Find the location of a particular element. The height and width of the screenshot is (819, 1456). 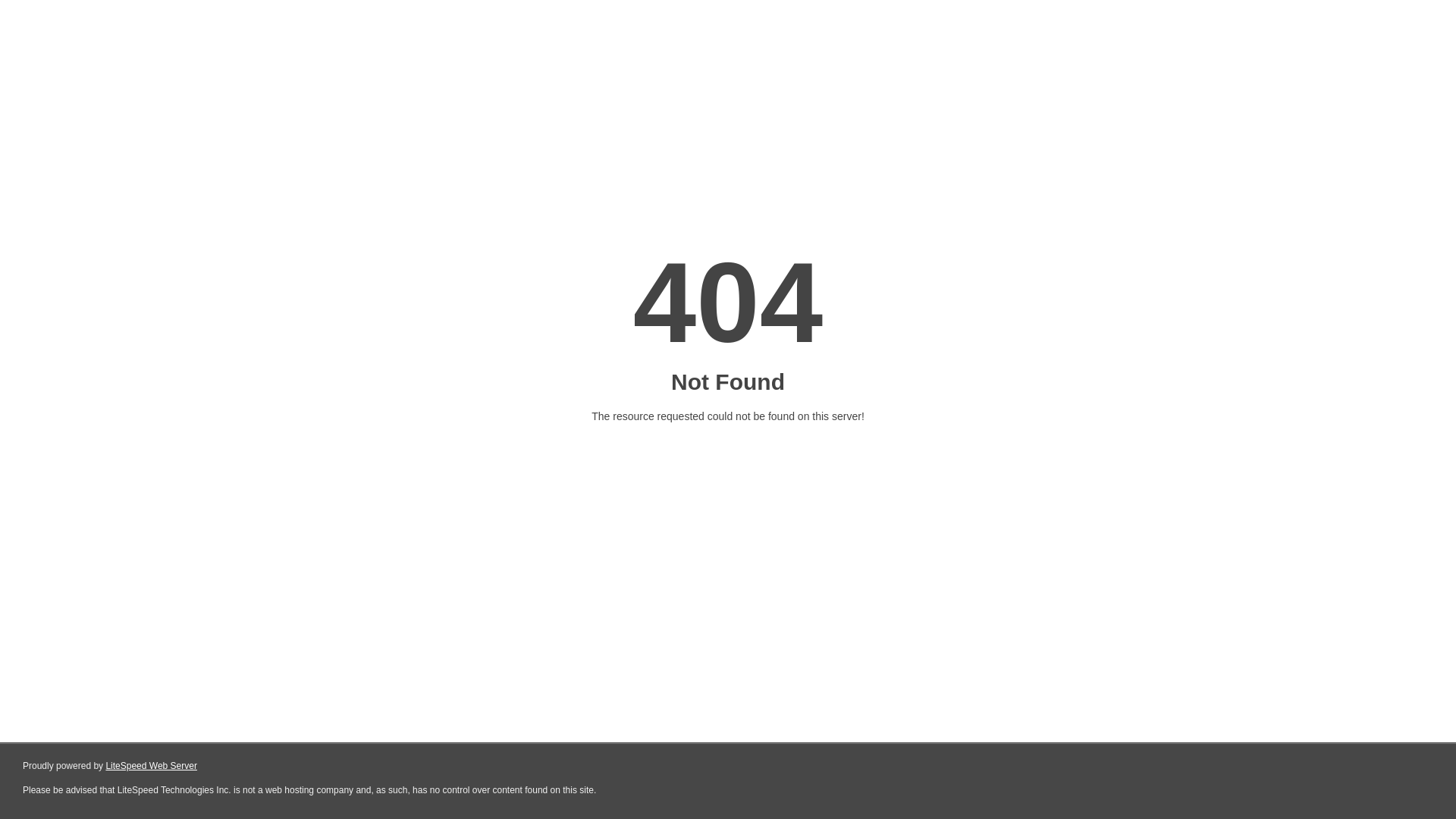

'LiteSpeed Web Server' is located at coordinates (105, 766).